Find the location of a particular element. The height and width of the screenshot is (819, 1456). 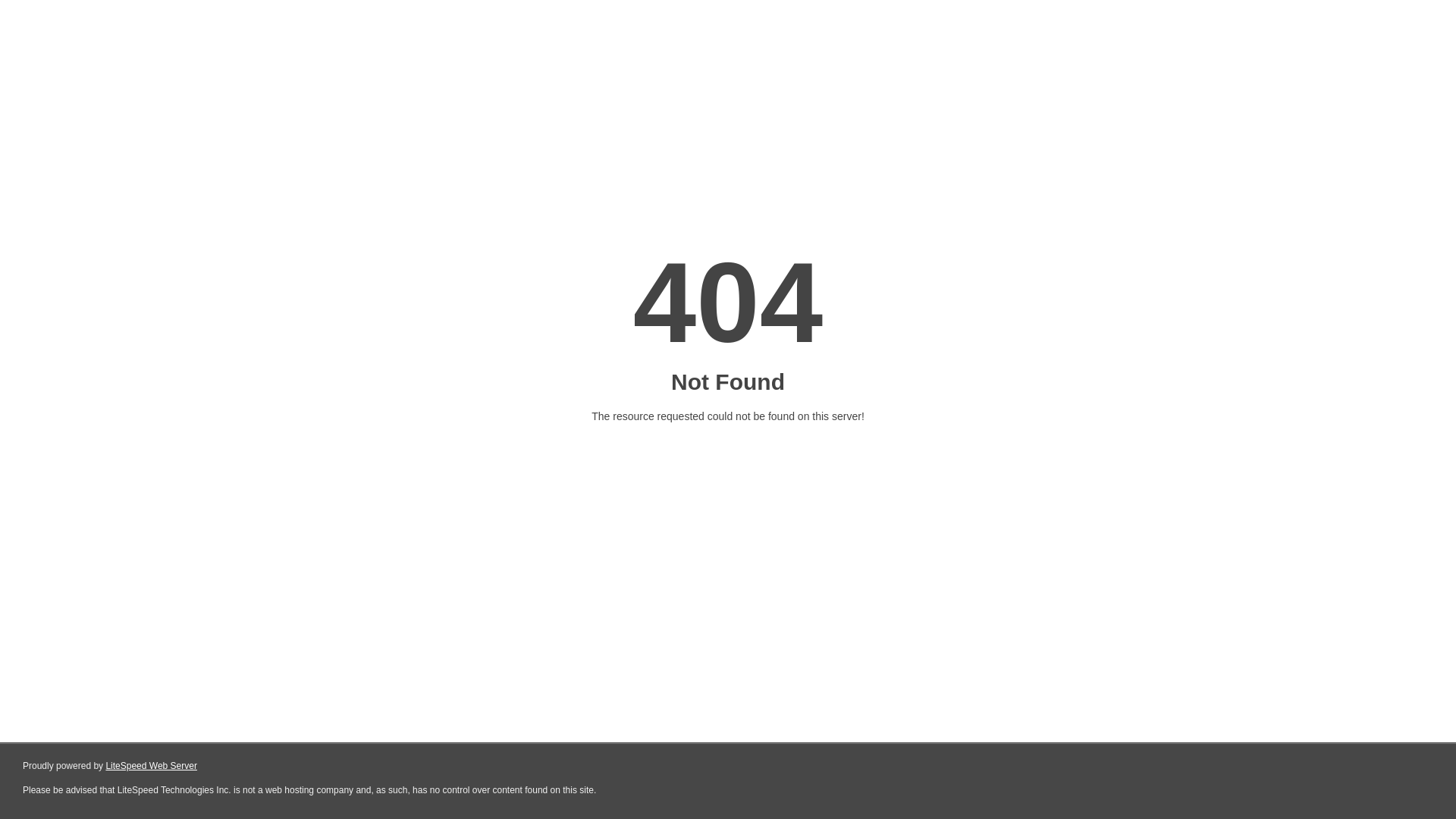

'LiteSpeed Web Server' is located at coordinates (105, 766).